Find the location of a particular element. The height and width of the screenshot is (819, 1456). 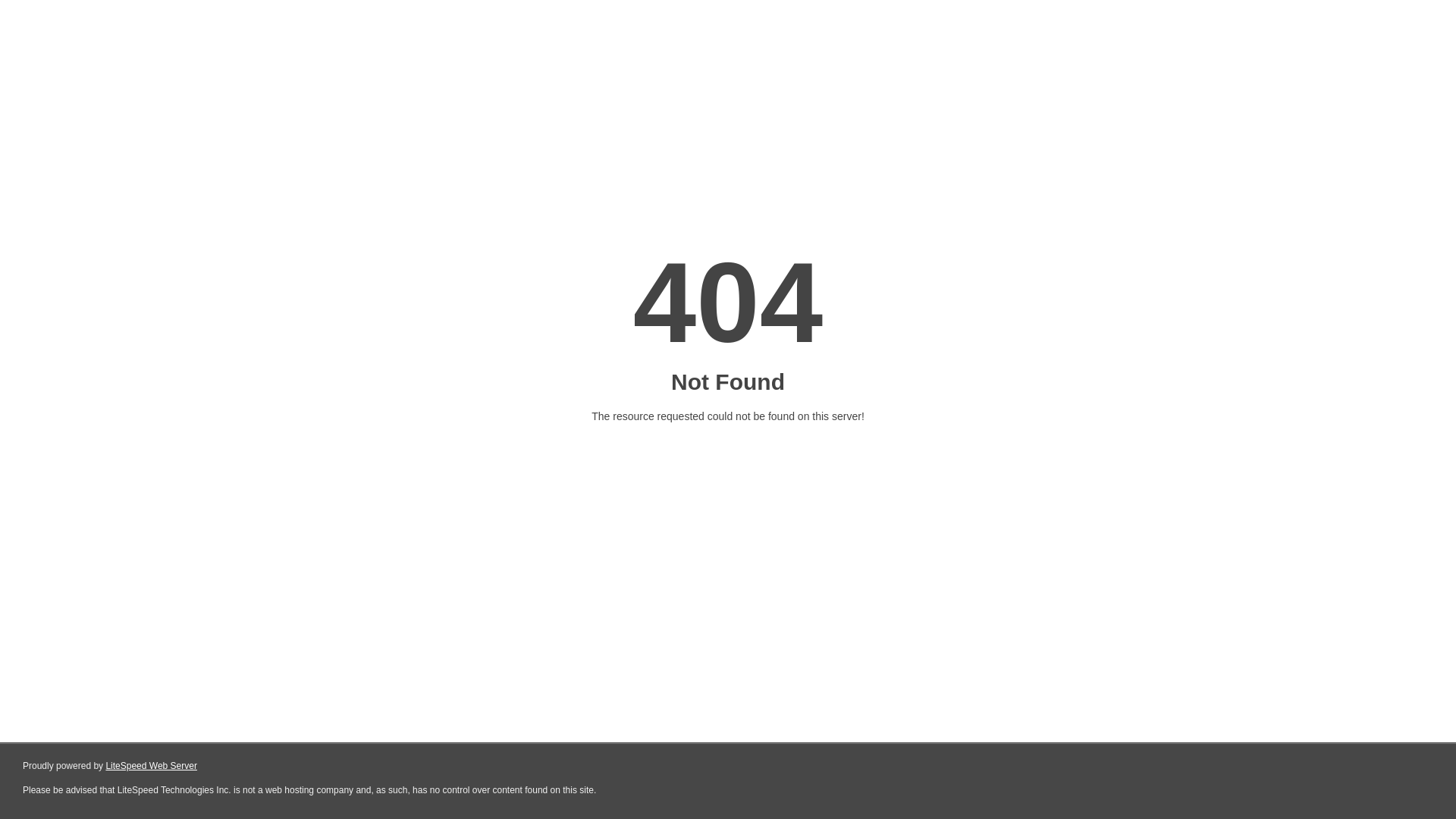

'LiteSpeed Web Server' is located at coordinates (105, 766).